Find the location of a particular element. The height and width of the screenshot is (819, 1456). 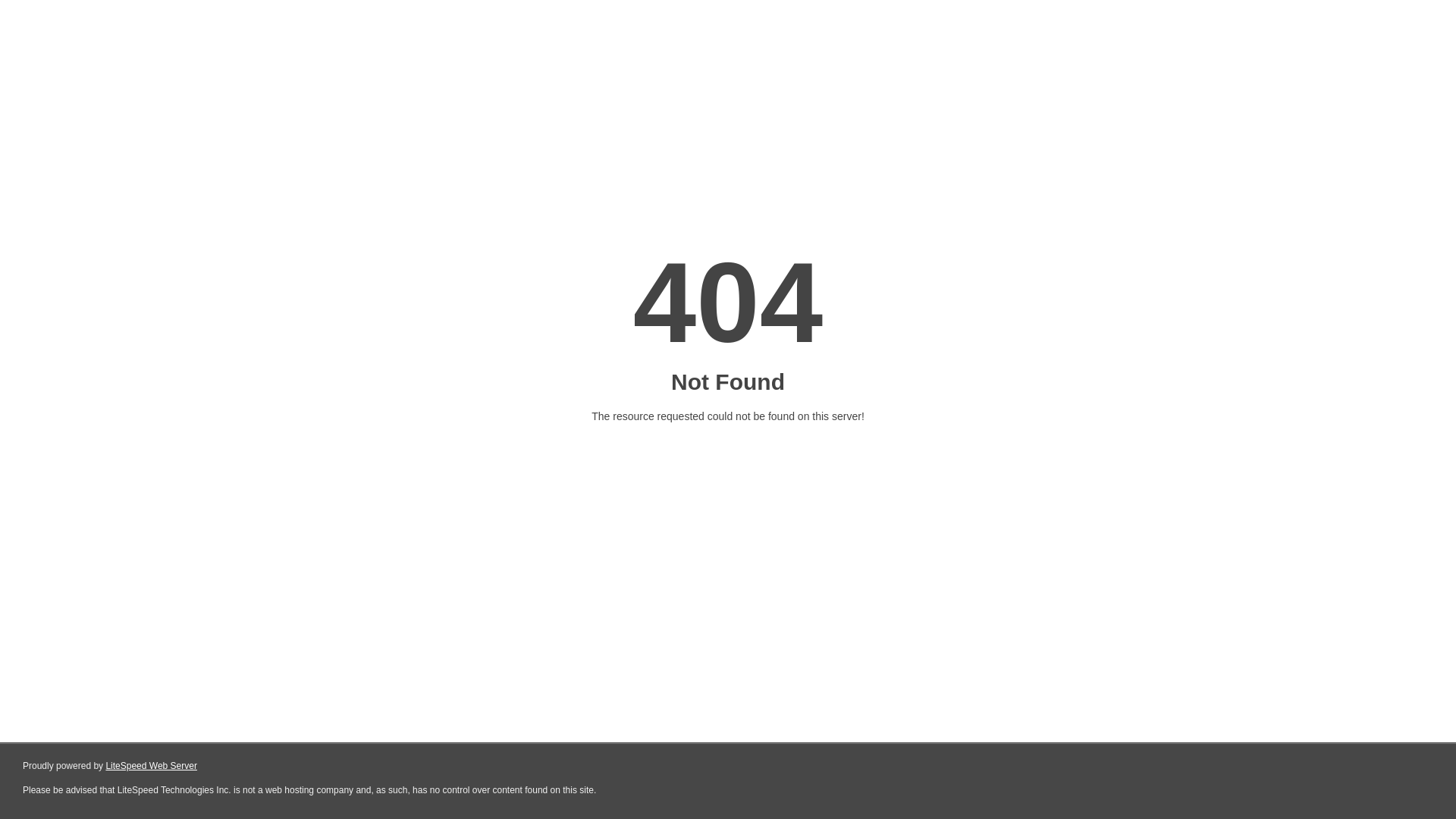

'LiteSpeed Web Server' is located at coordinates (105, 766).